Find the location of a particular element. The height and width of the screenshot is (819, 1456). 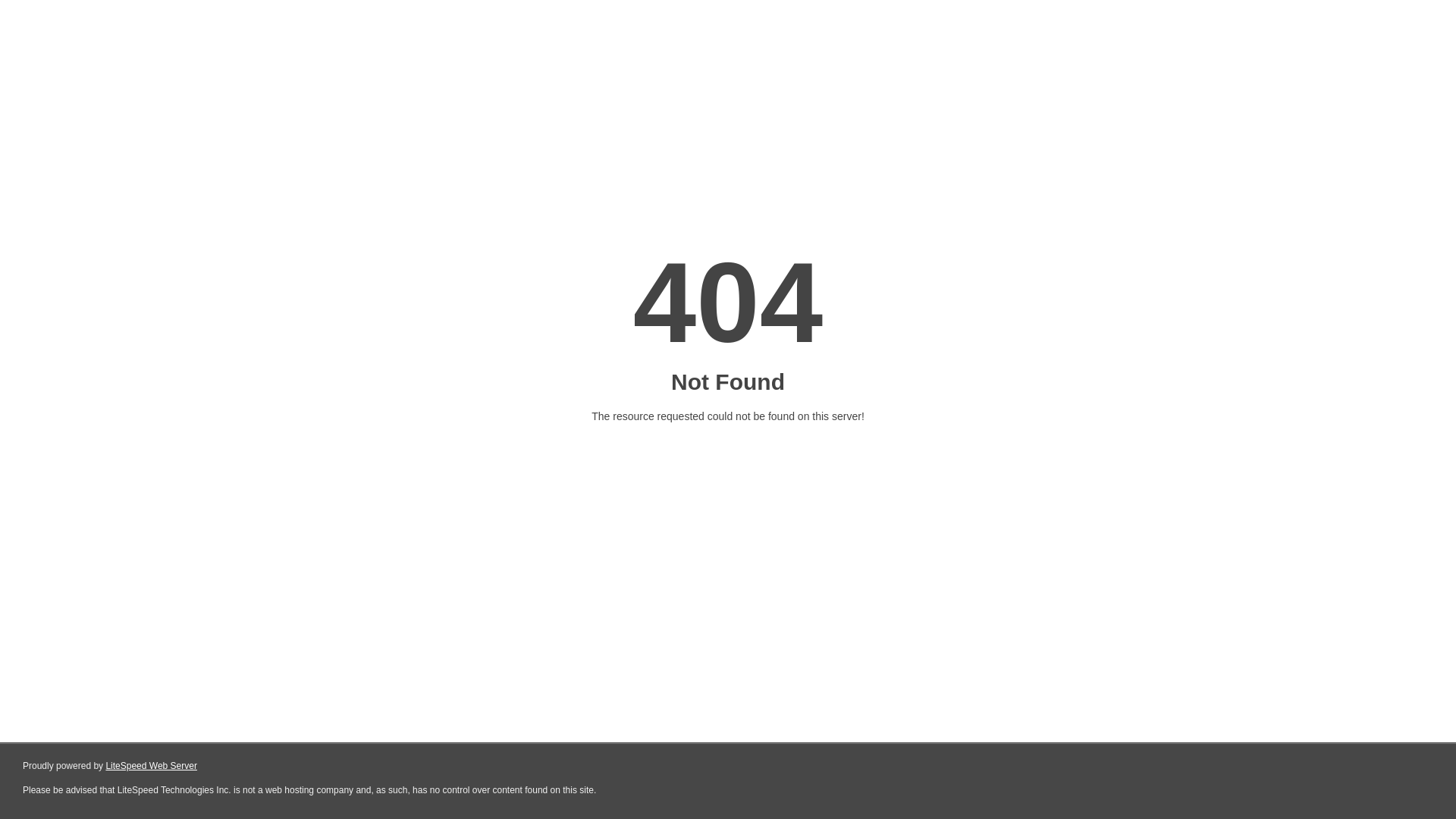

'LiteSpeed Web Server' is located at coordinates (105, 766).